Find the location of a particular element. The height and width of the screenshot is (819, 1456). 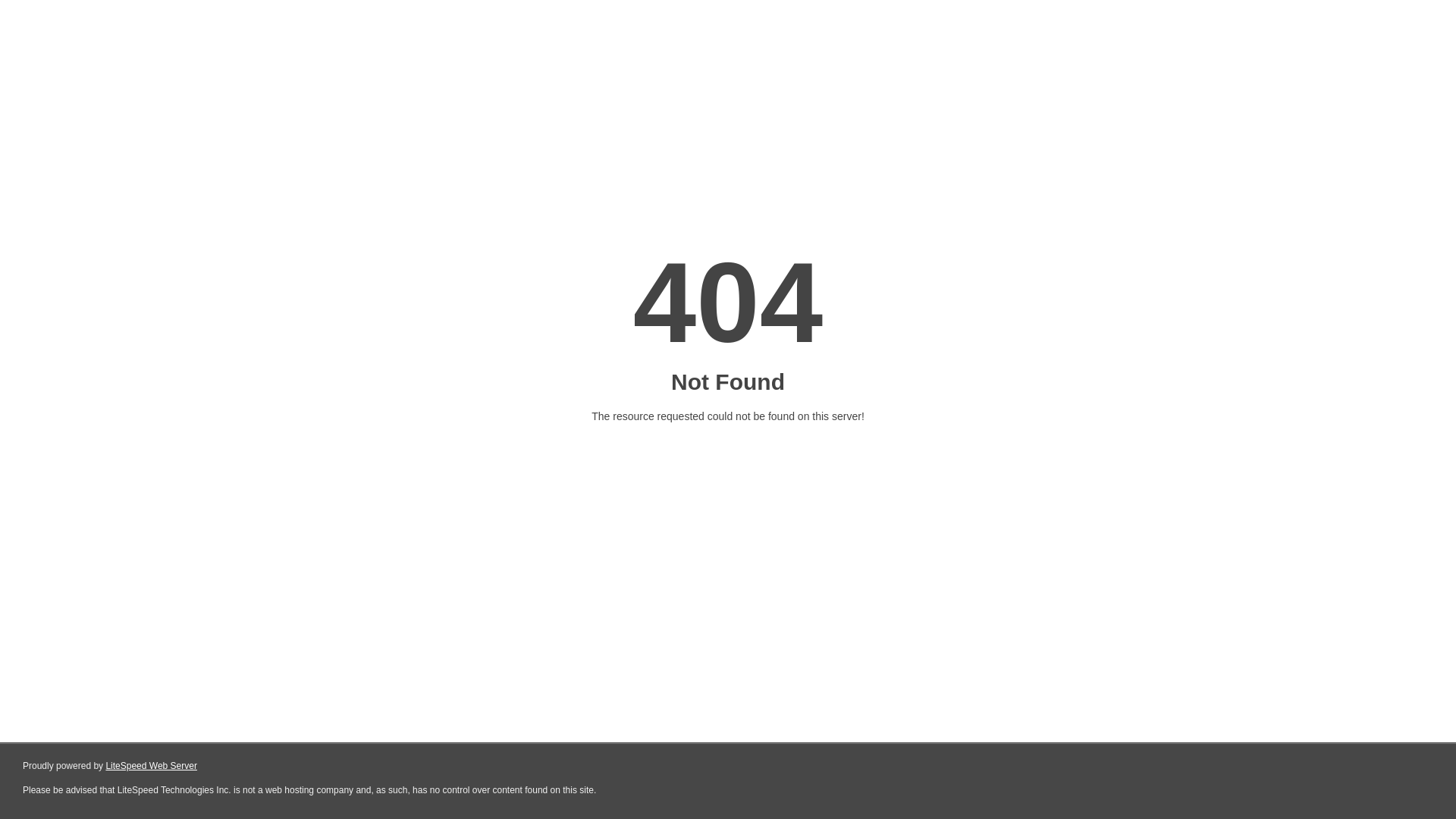

'LiteSpeed Web Server' is located at coordinates (105, 766).